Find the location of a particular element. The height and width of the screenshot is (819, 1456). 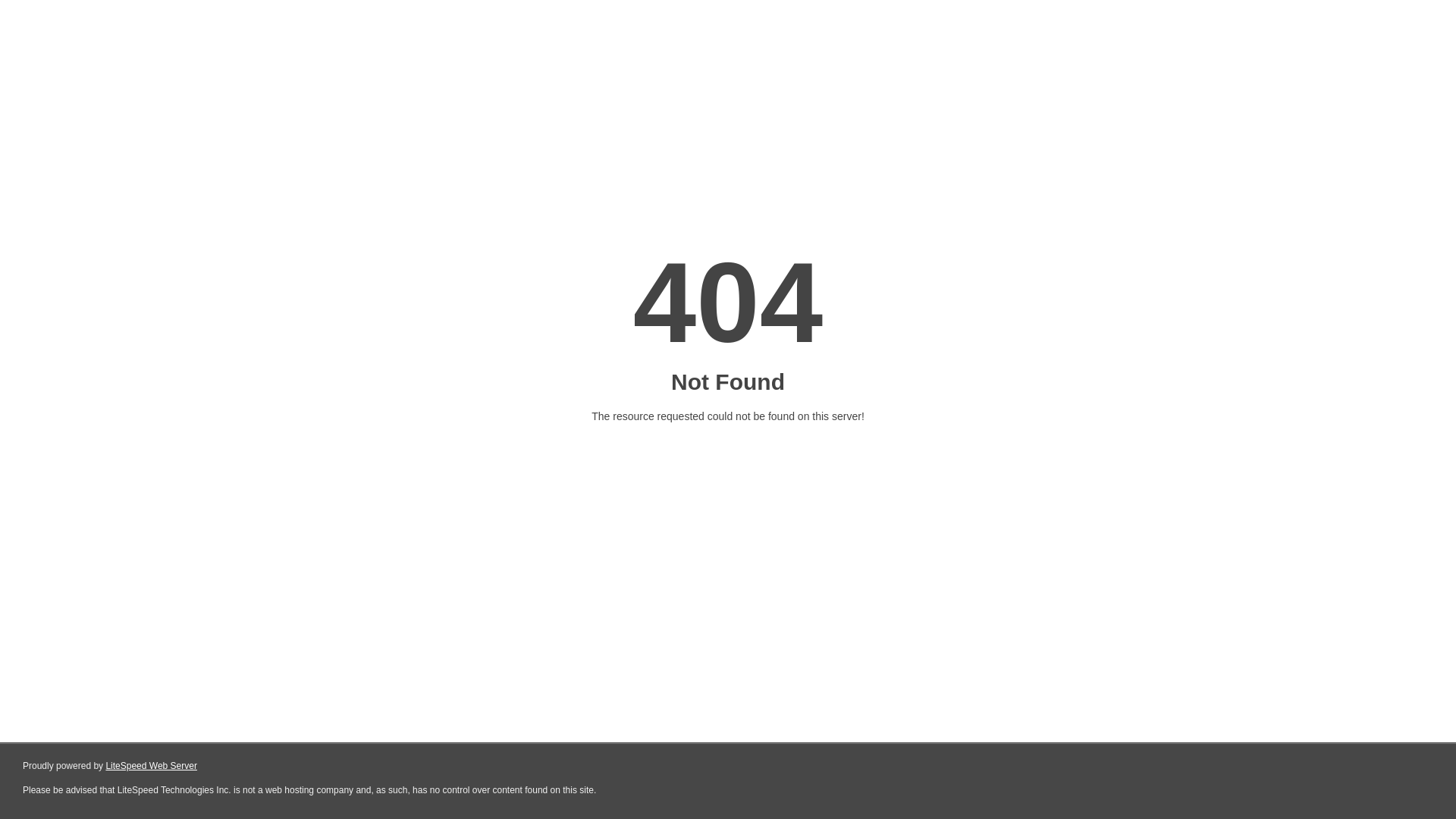

'LiteSpeed Web Server' is located at coordinates (105, 766).